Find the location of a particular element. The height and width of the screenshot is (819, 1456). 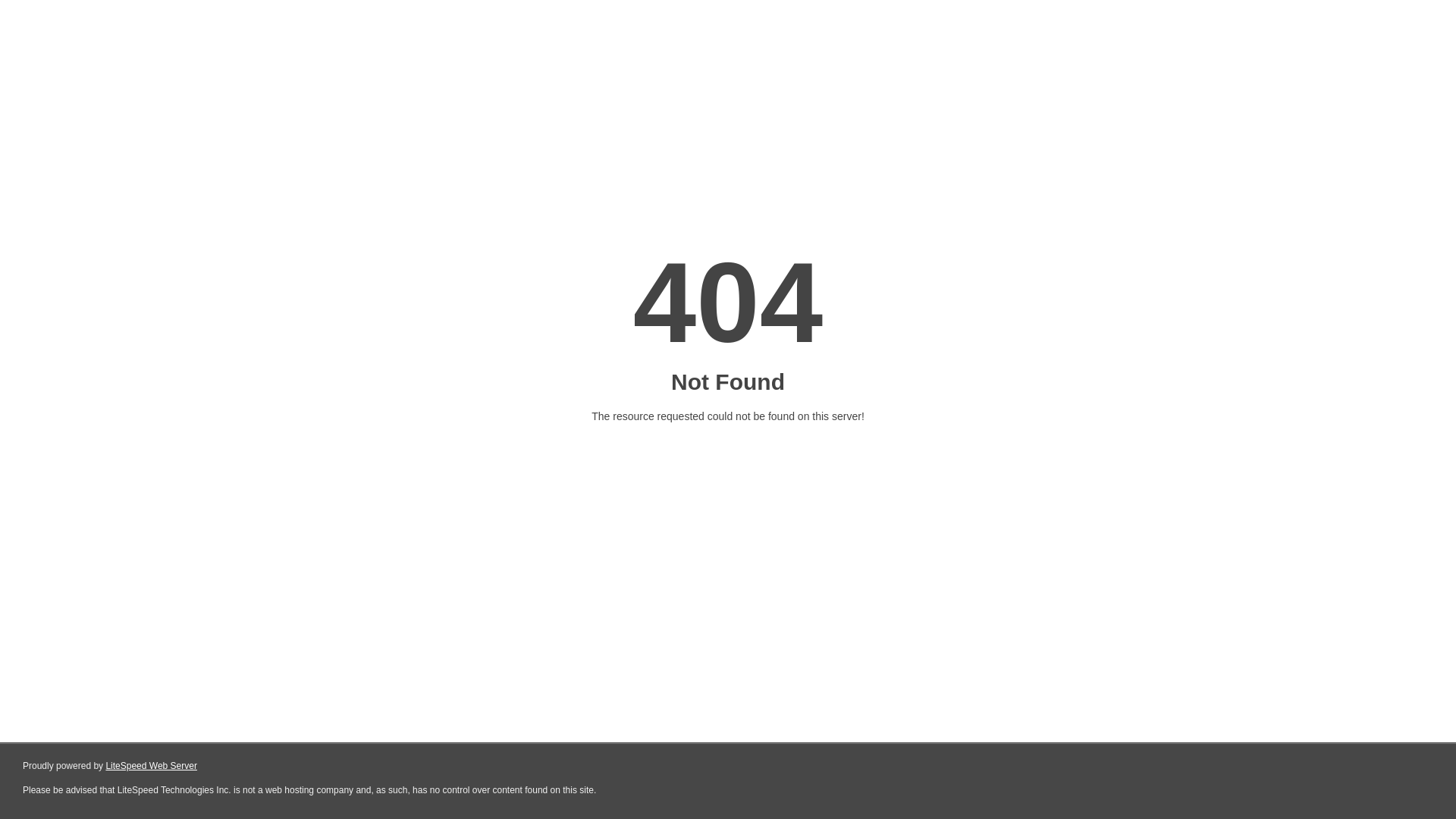

'LiteSpeed Web Server' is located at coordinates (105, 766).